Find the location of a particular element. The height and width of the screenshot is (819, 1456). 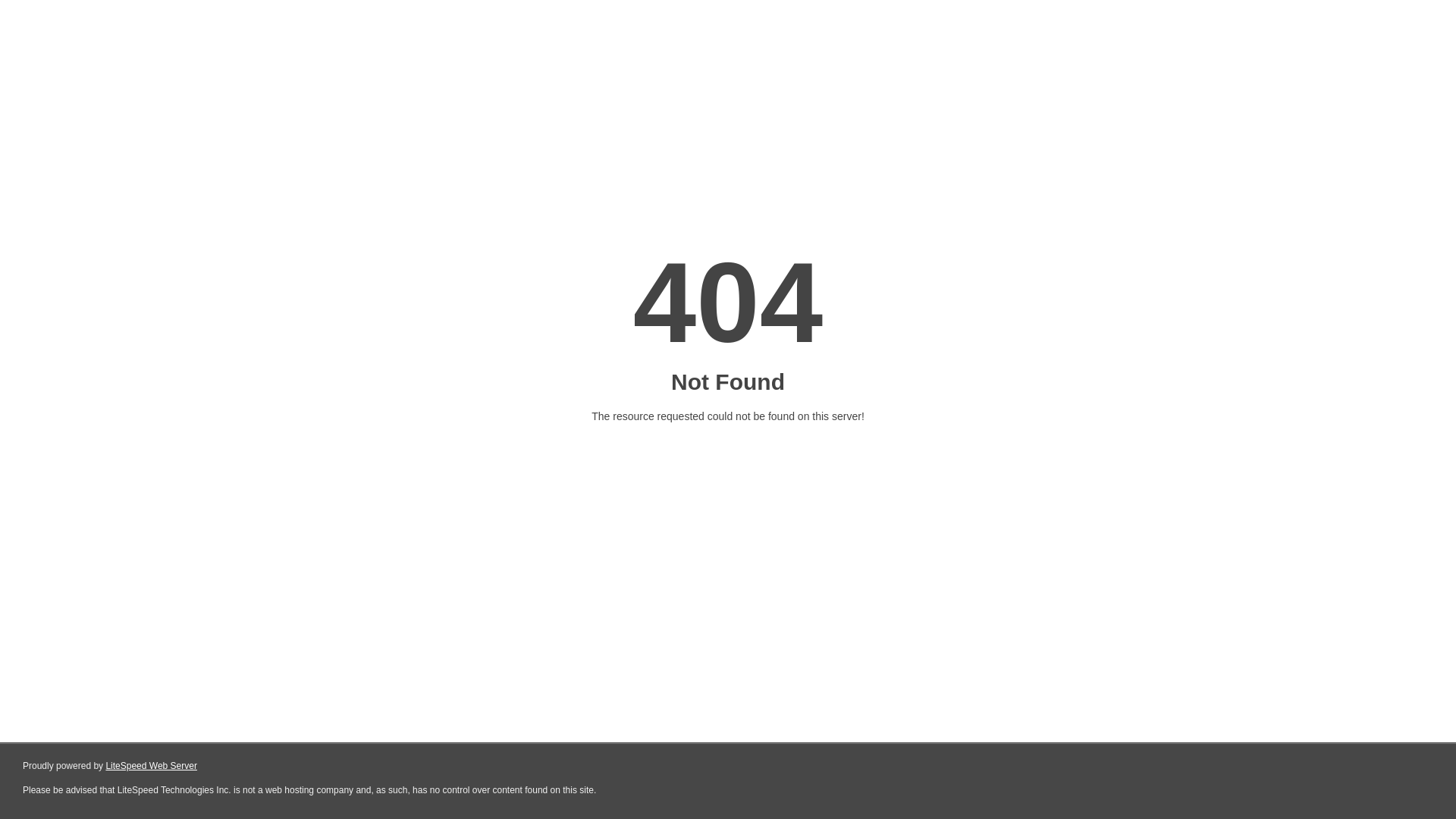

'LiteSpeed Web Server' is located at coordinates (105, 766).